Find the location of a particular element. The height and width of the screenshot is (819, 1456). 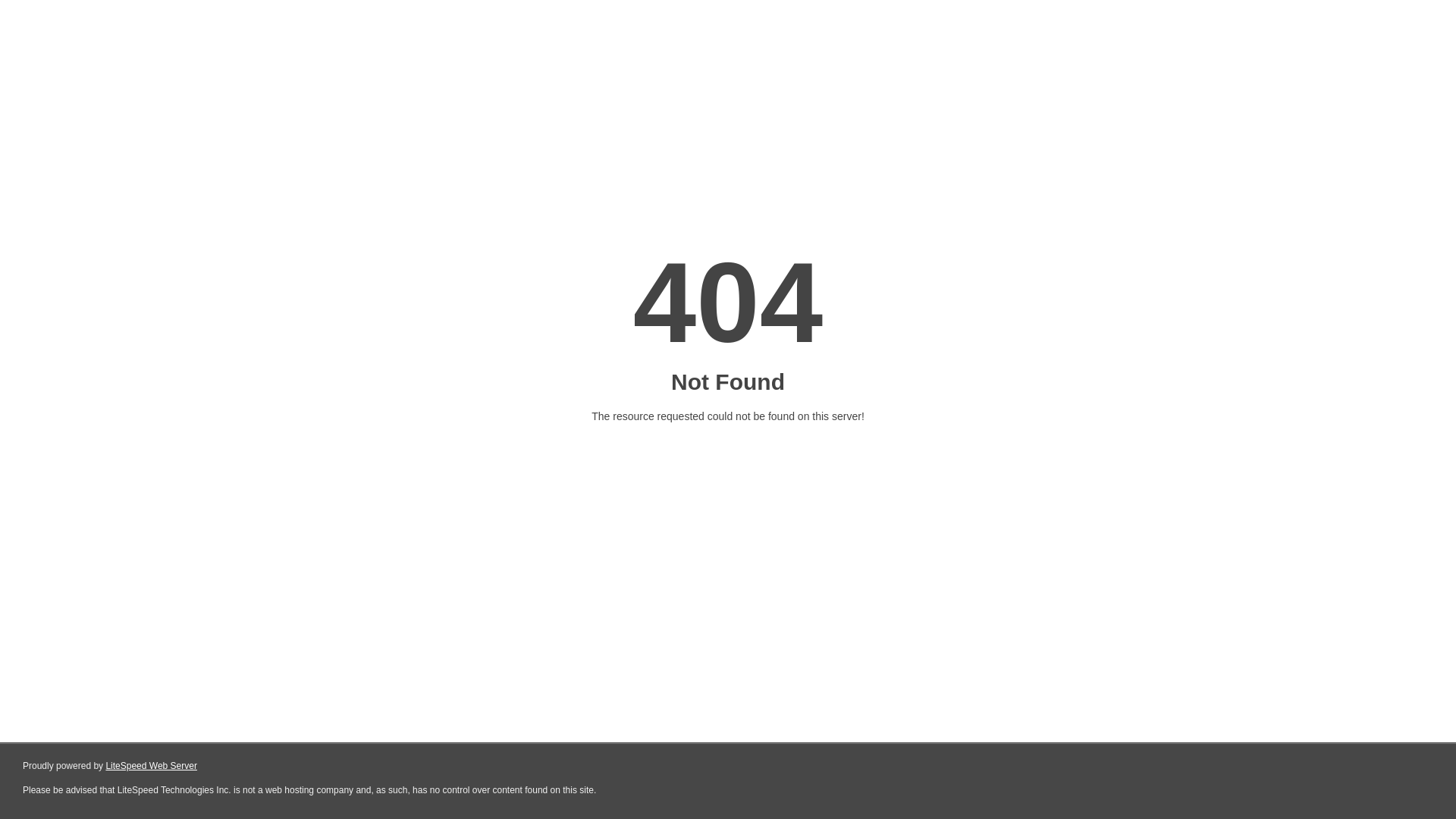

'LiteSpeed Web Server' is located at coordinates (105, 766).